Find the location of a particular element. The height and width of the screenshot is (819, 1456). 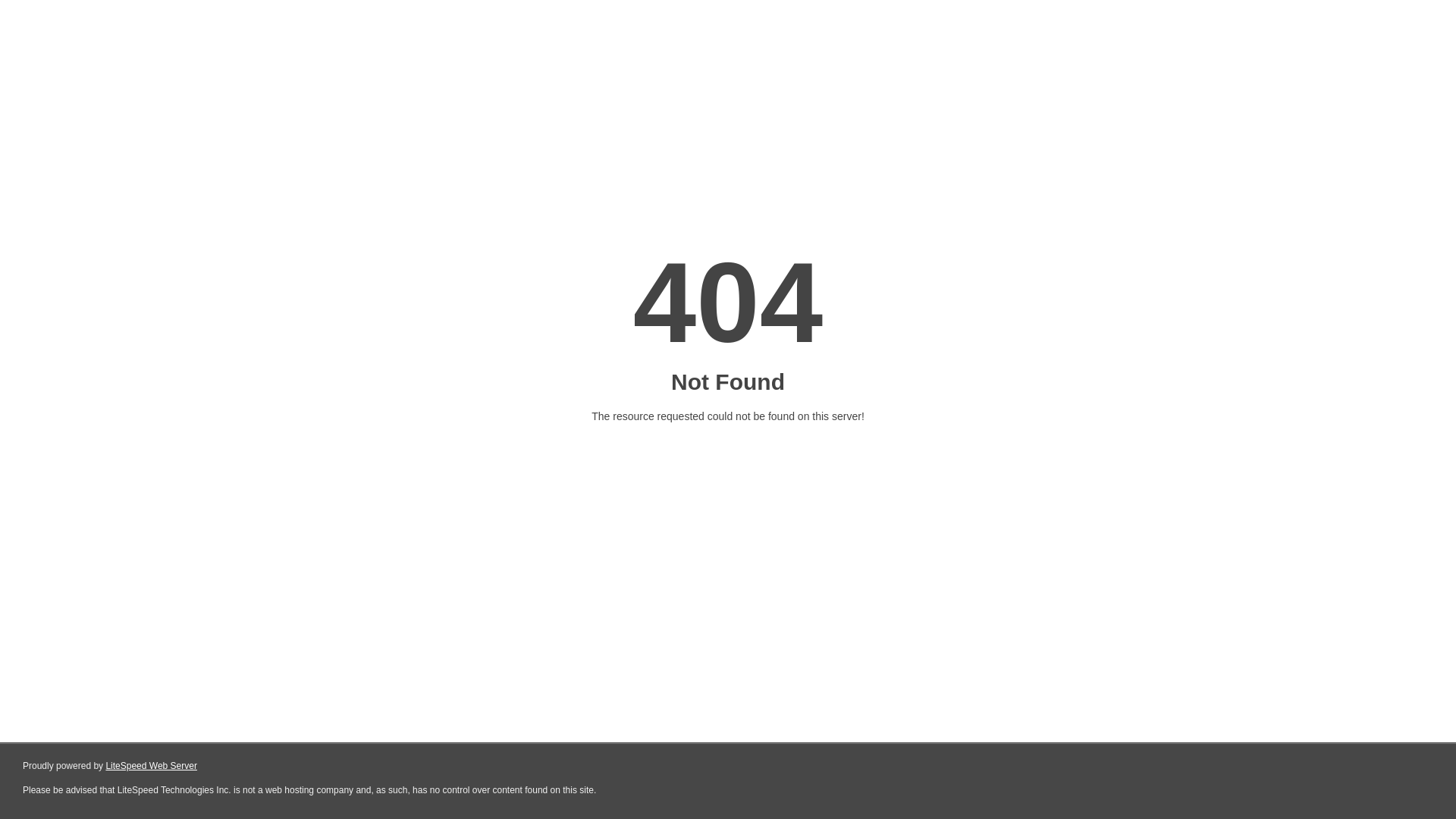

'LiteSpeed Web Server' is located at coordinates (105, 766).